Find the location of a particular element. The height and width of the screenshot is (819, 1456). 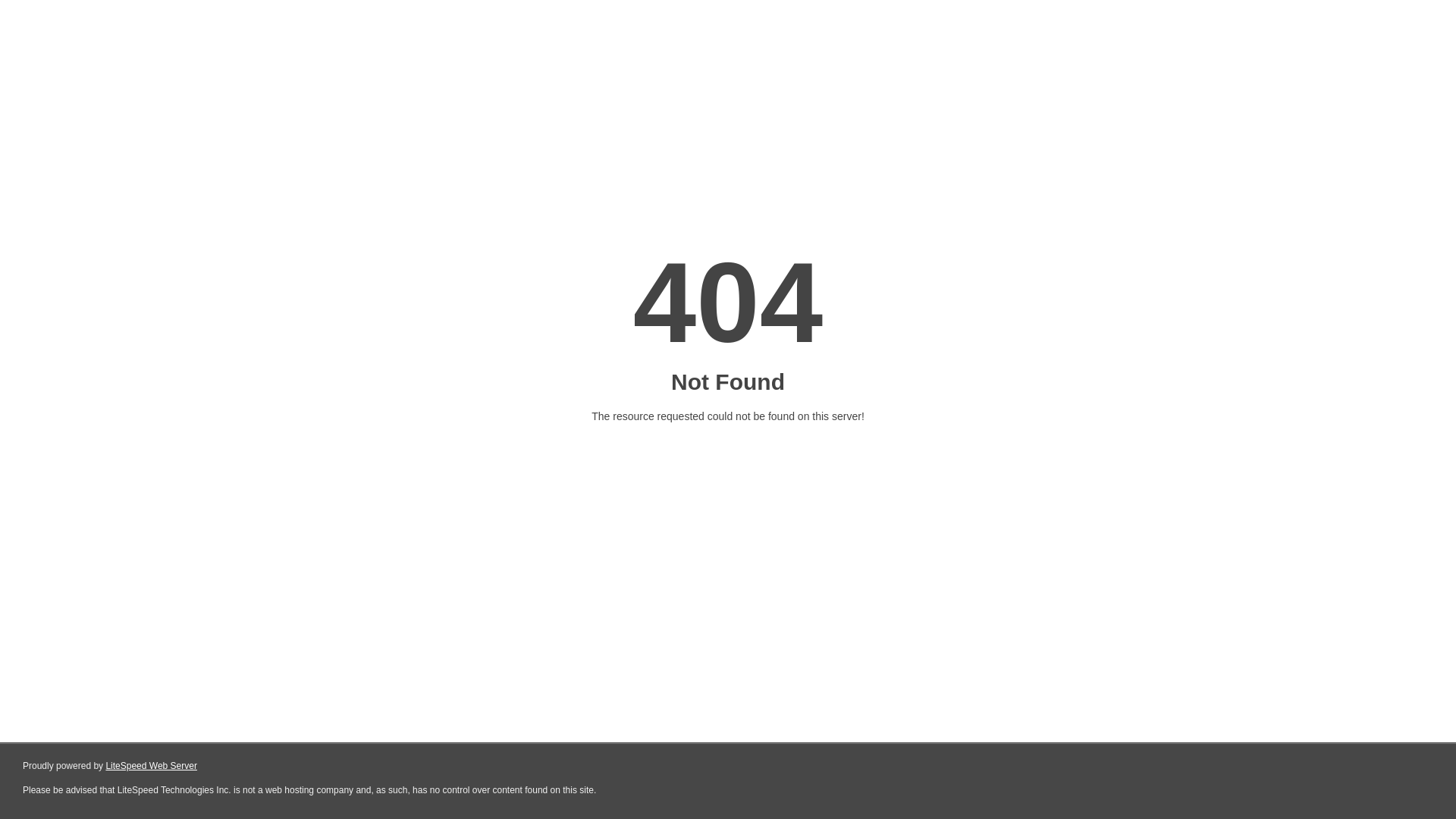

'LiteSpeed Web Server' is located at coordinates (105, 766).